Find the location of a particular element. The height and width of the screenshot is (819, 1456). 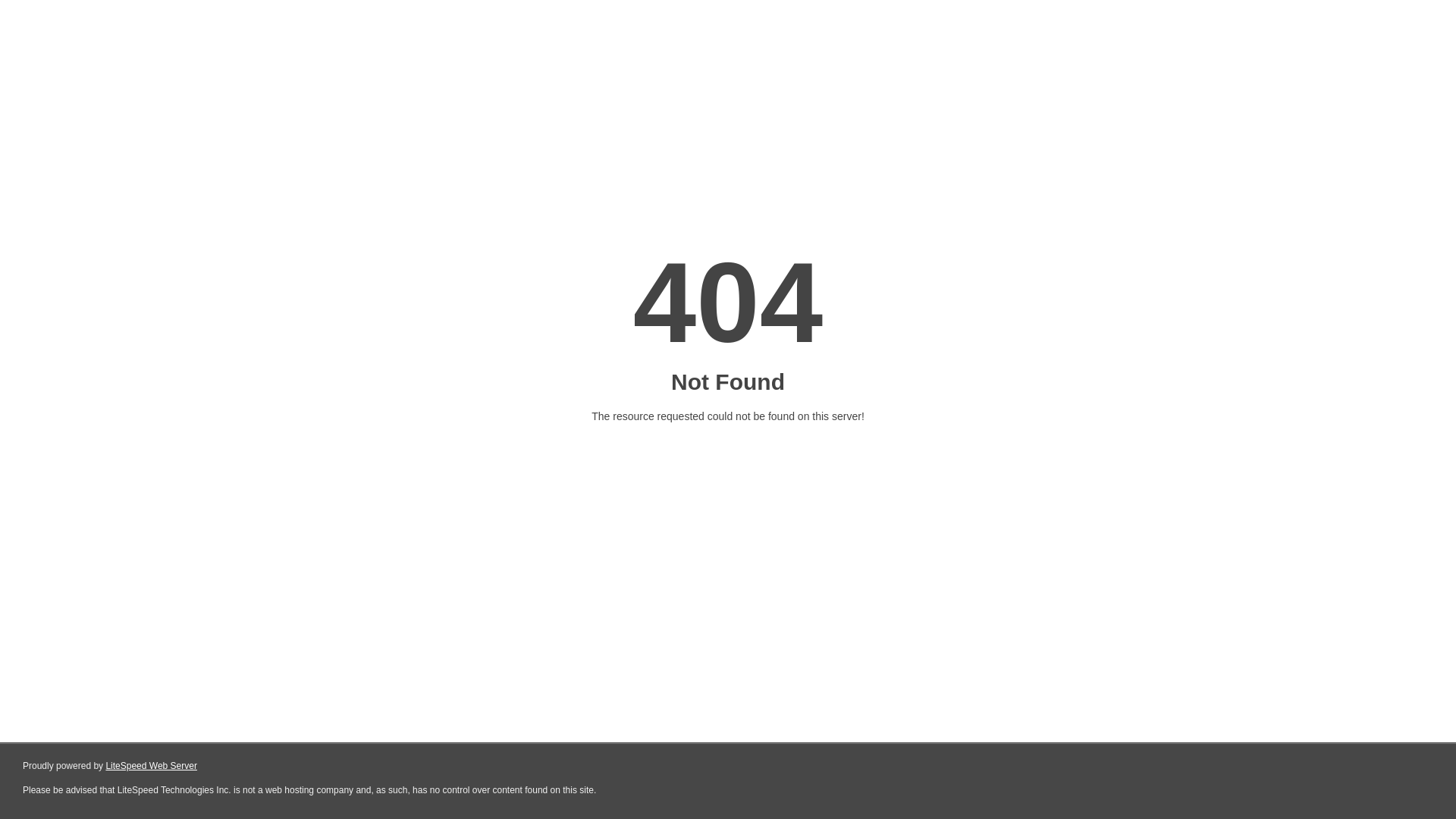

'LiteSpeed Web Server' is located at coordinates (105, 766).